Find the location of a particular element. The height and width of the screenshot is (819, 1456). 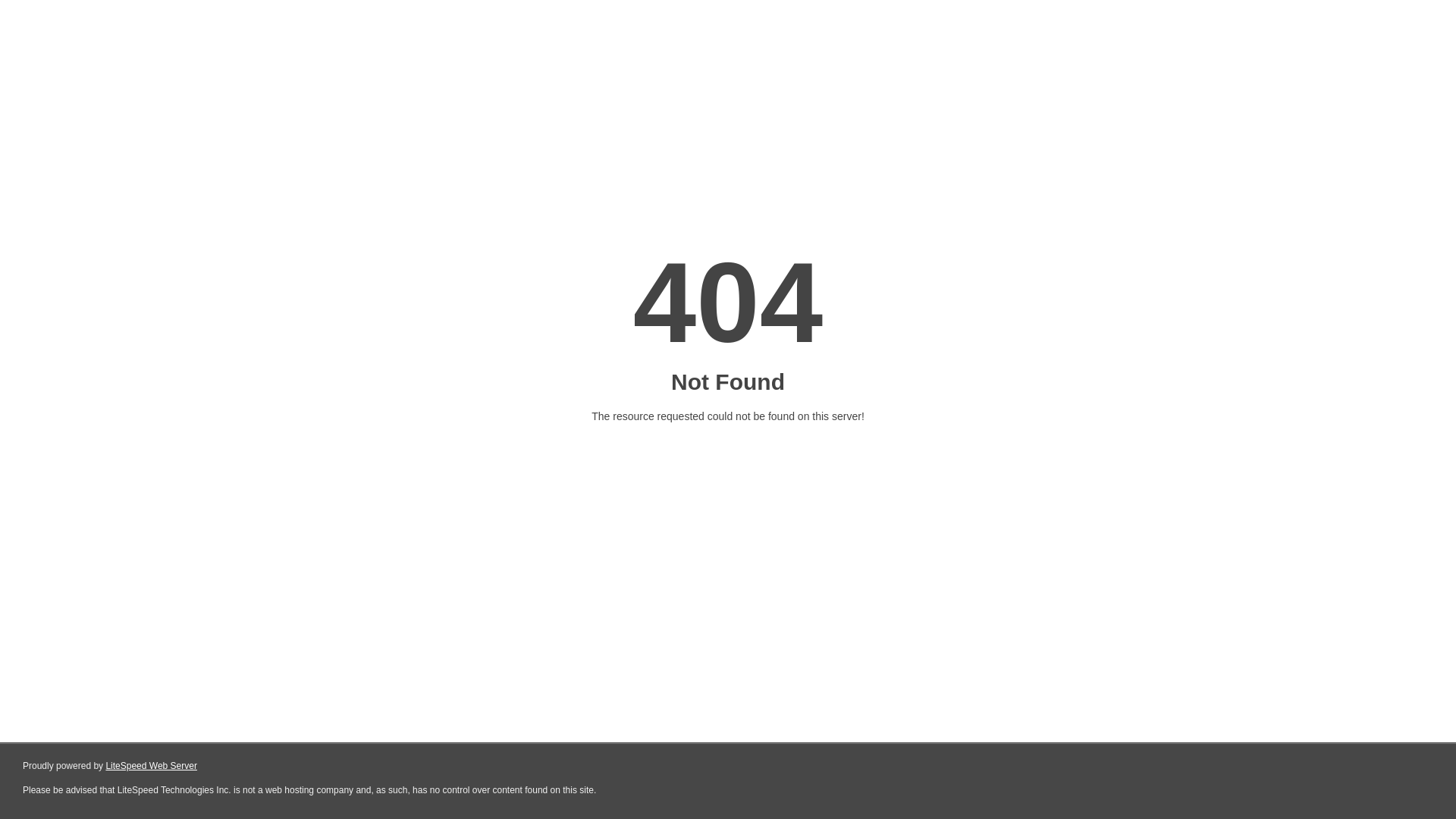

'LiteSpeed Web Server' is located at coordinates (105, 766).